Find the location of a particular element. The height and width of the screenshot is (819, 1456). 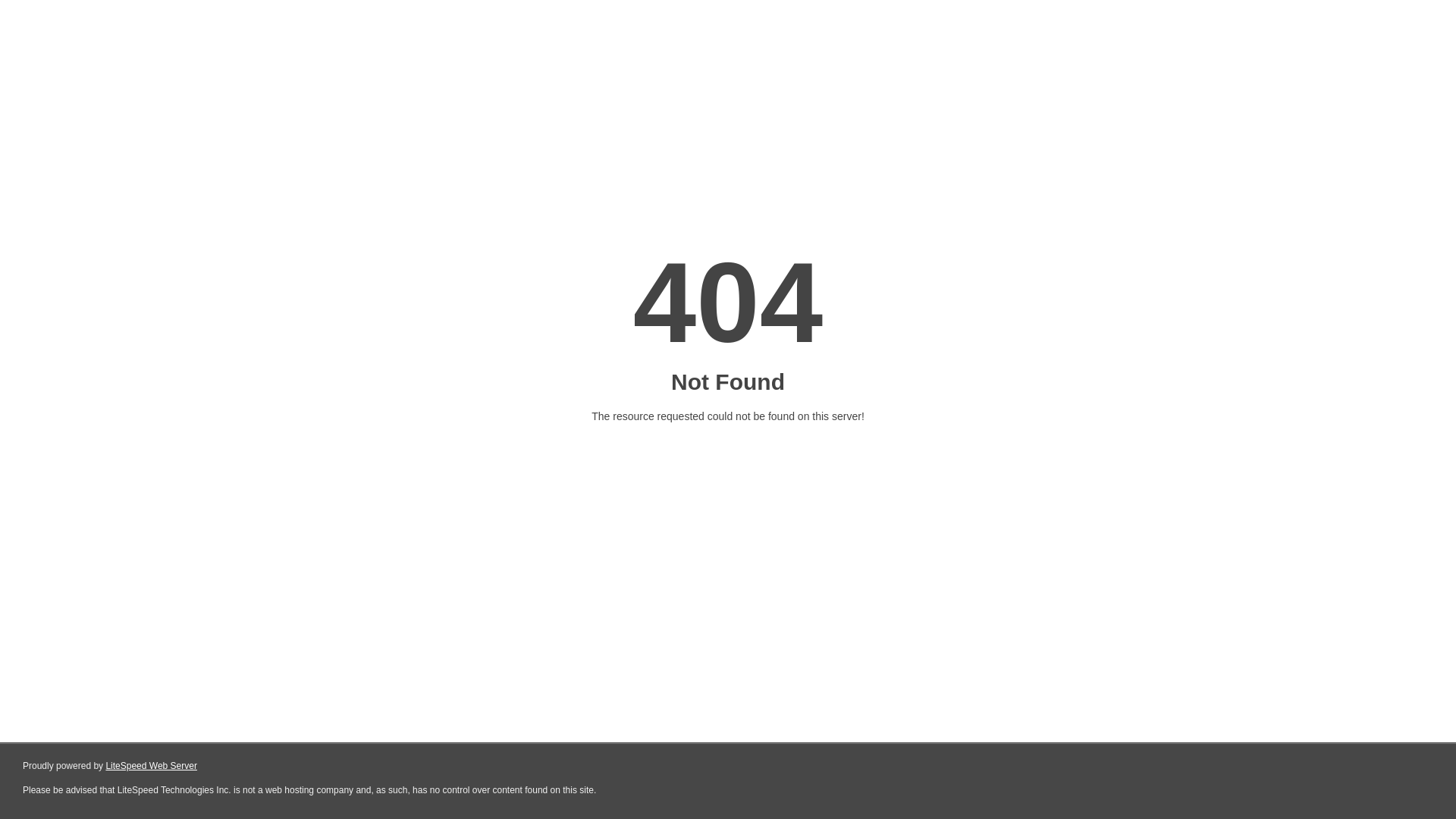

'LiteSpeed Web Server' is located at coordinates (105, 766).